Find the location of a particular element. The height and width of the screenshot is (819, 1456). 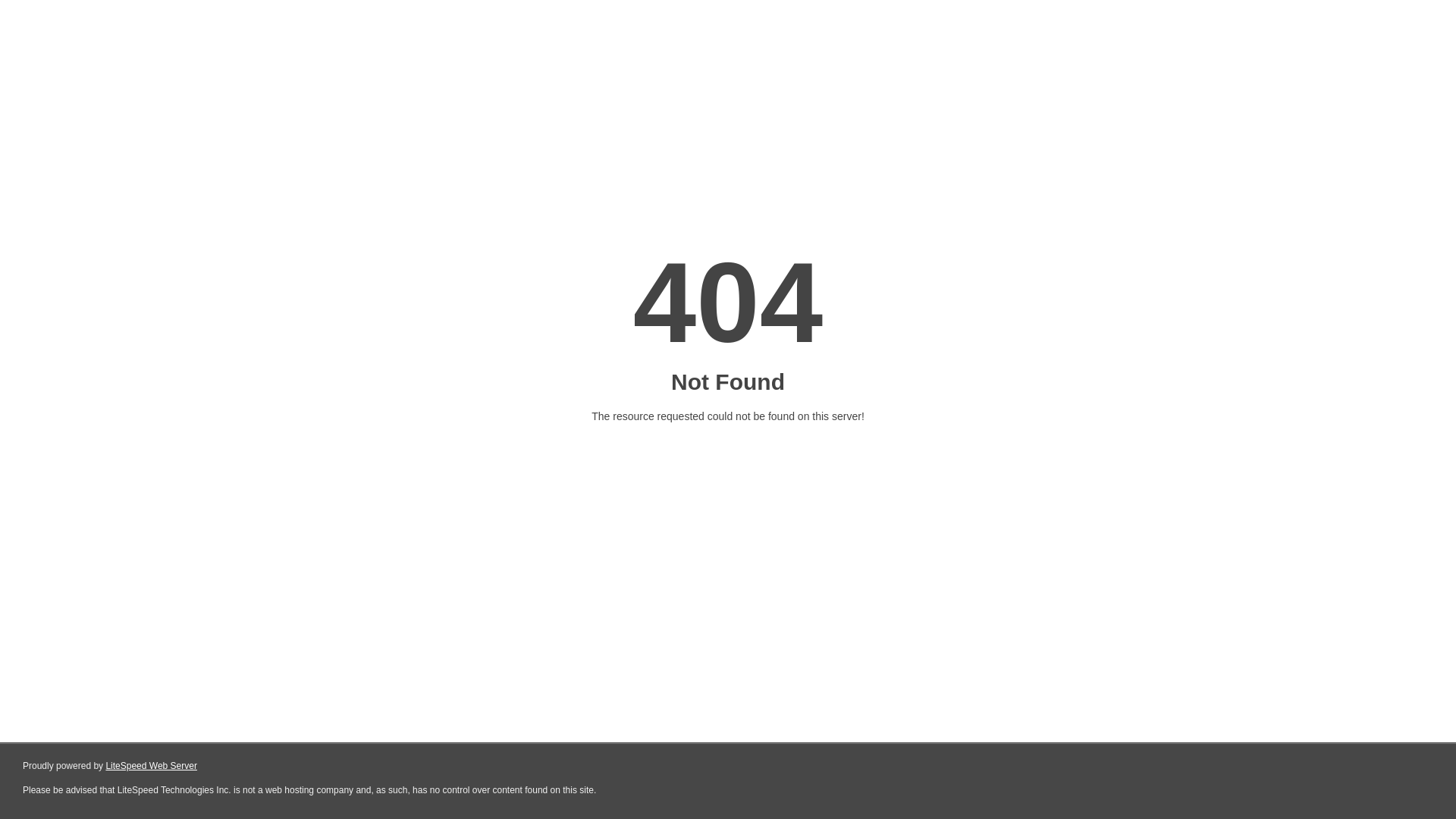

'LiteSpeed Web Server' is located at coordinates (105, 766).